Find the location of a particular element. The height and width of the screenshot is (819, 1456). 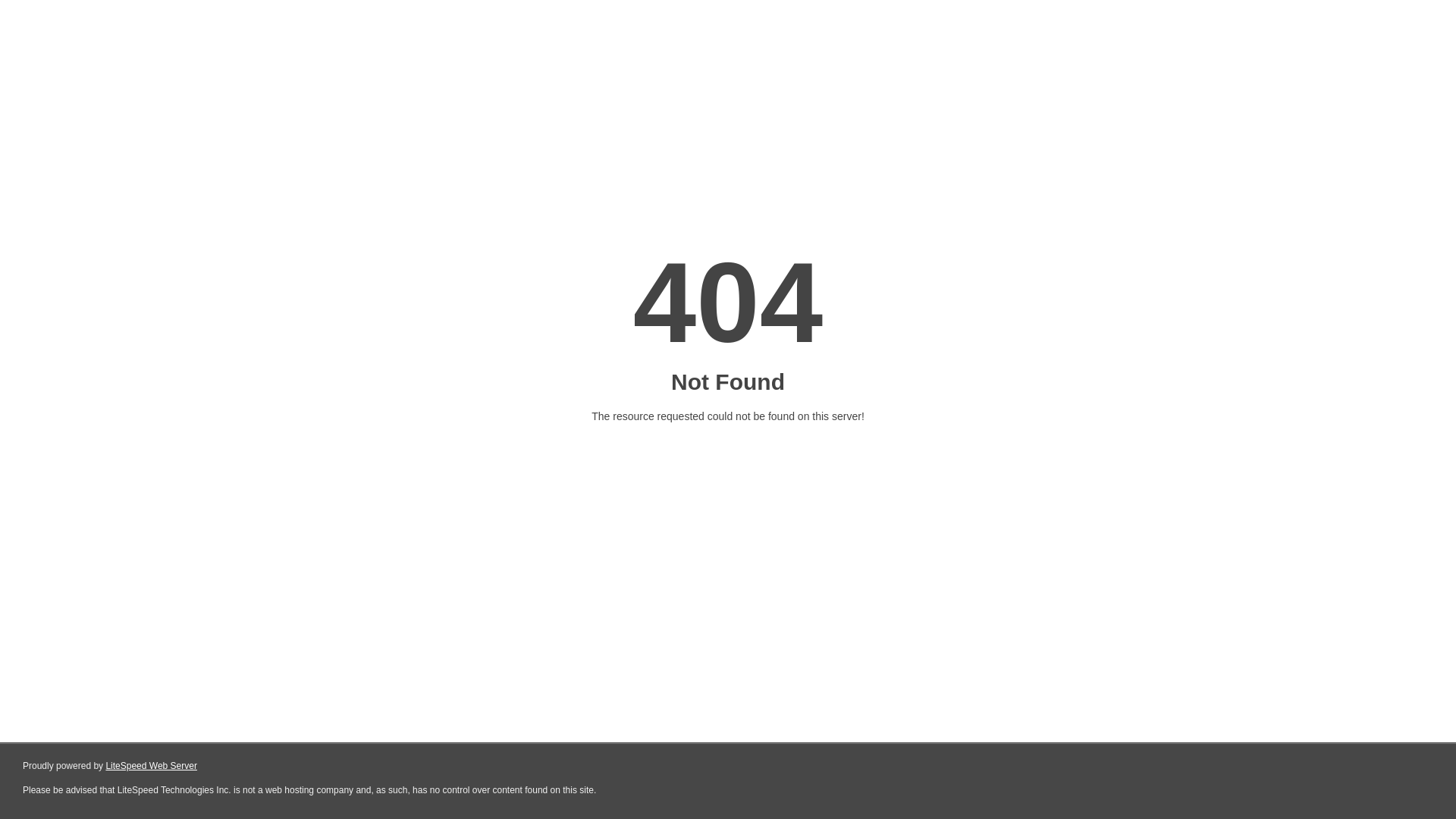

'LiteSpeed Web Server' is located at coordinates (105, 766).